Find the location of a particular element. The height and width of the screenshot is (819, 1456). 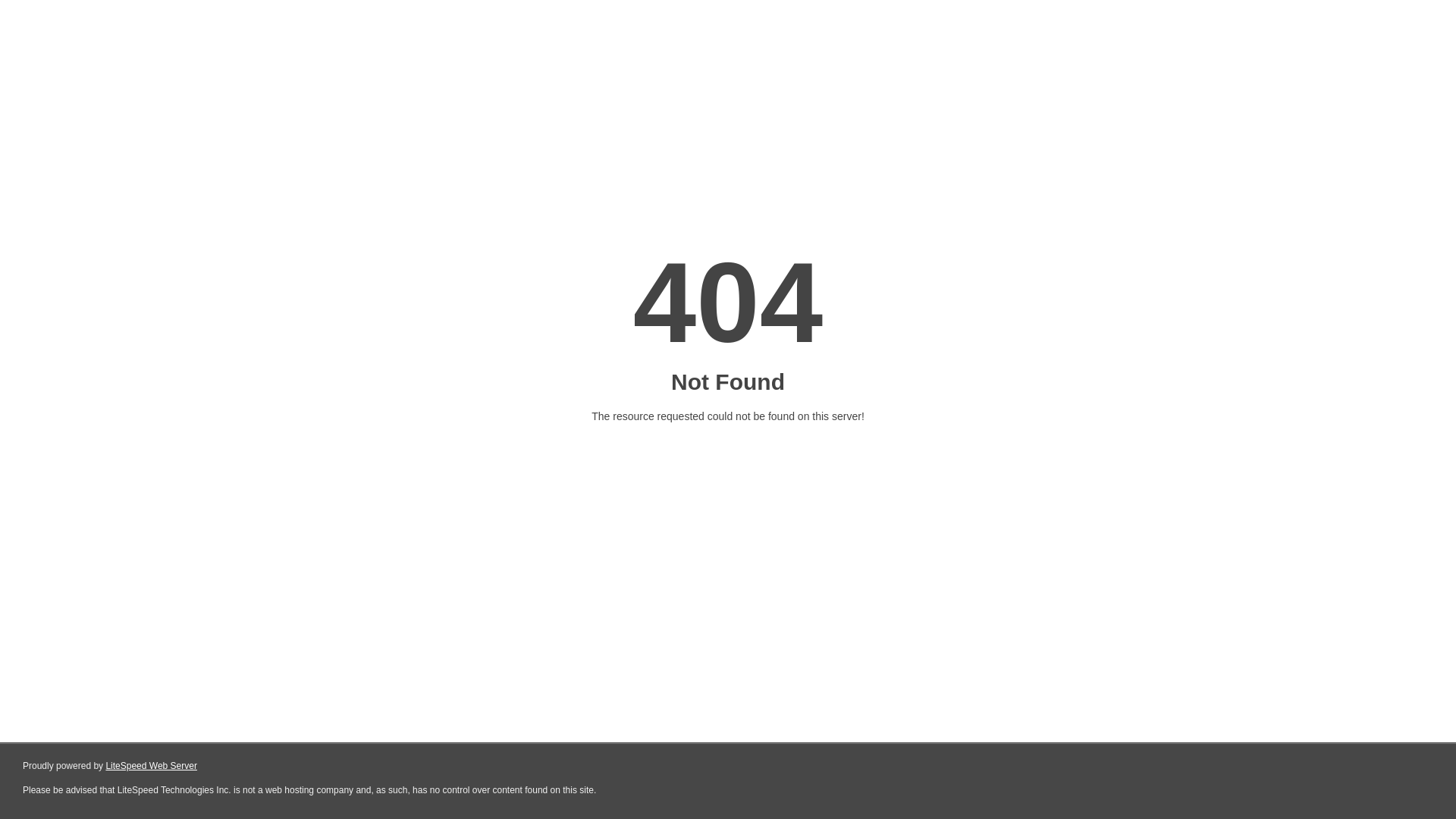

'LiteSpeed Web Server' is located at coordinates (105, 766).